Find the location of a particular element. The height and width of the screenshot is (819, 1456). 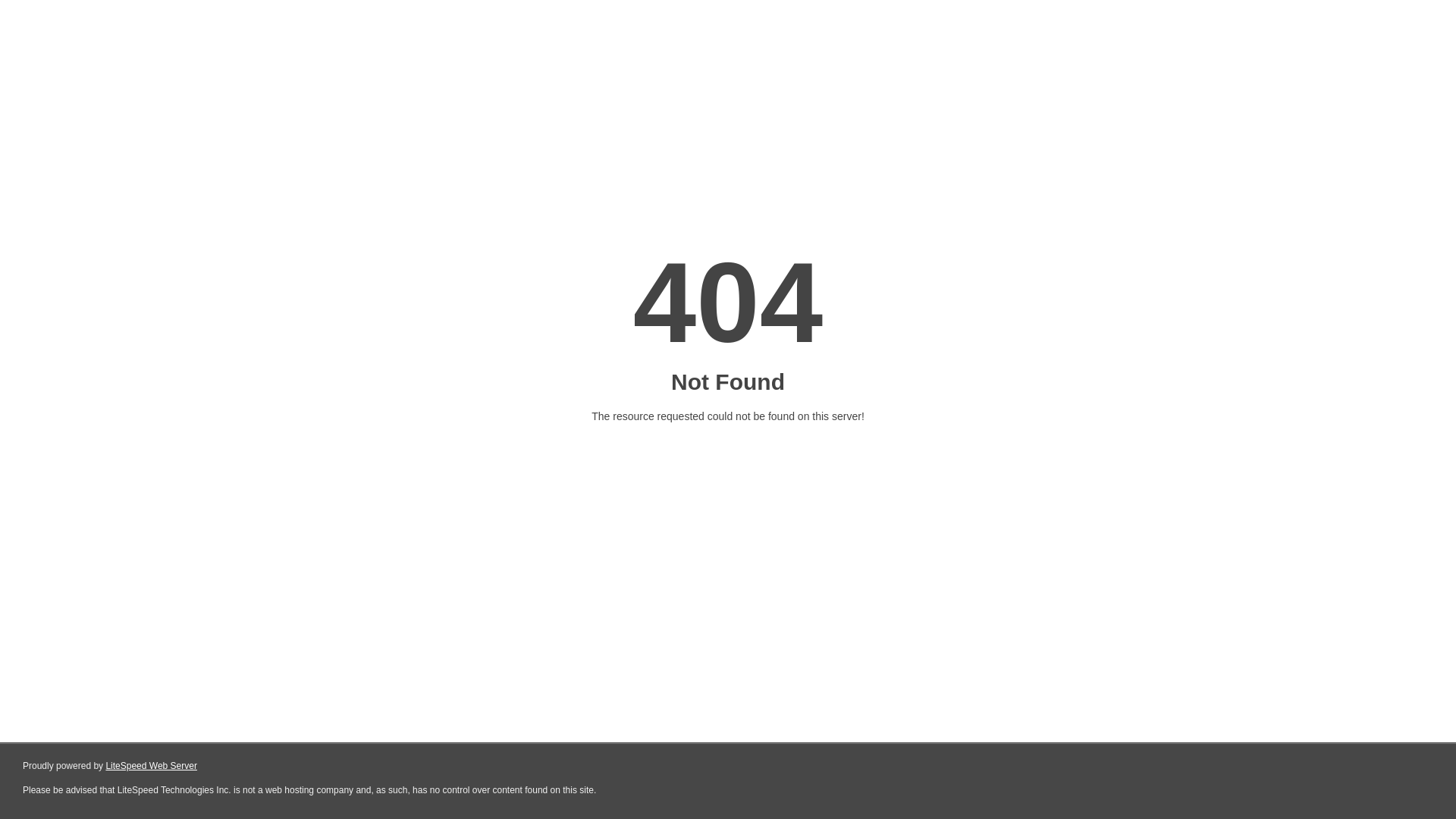

'LiteSpeed Web Server' is located at coordinates (105, 766).